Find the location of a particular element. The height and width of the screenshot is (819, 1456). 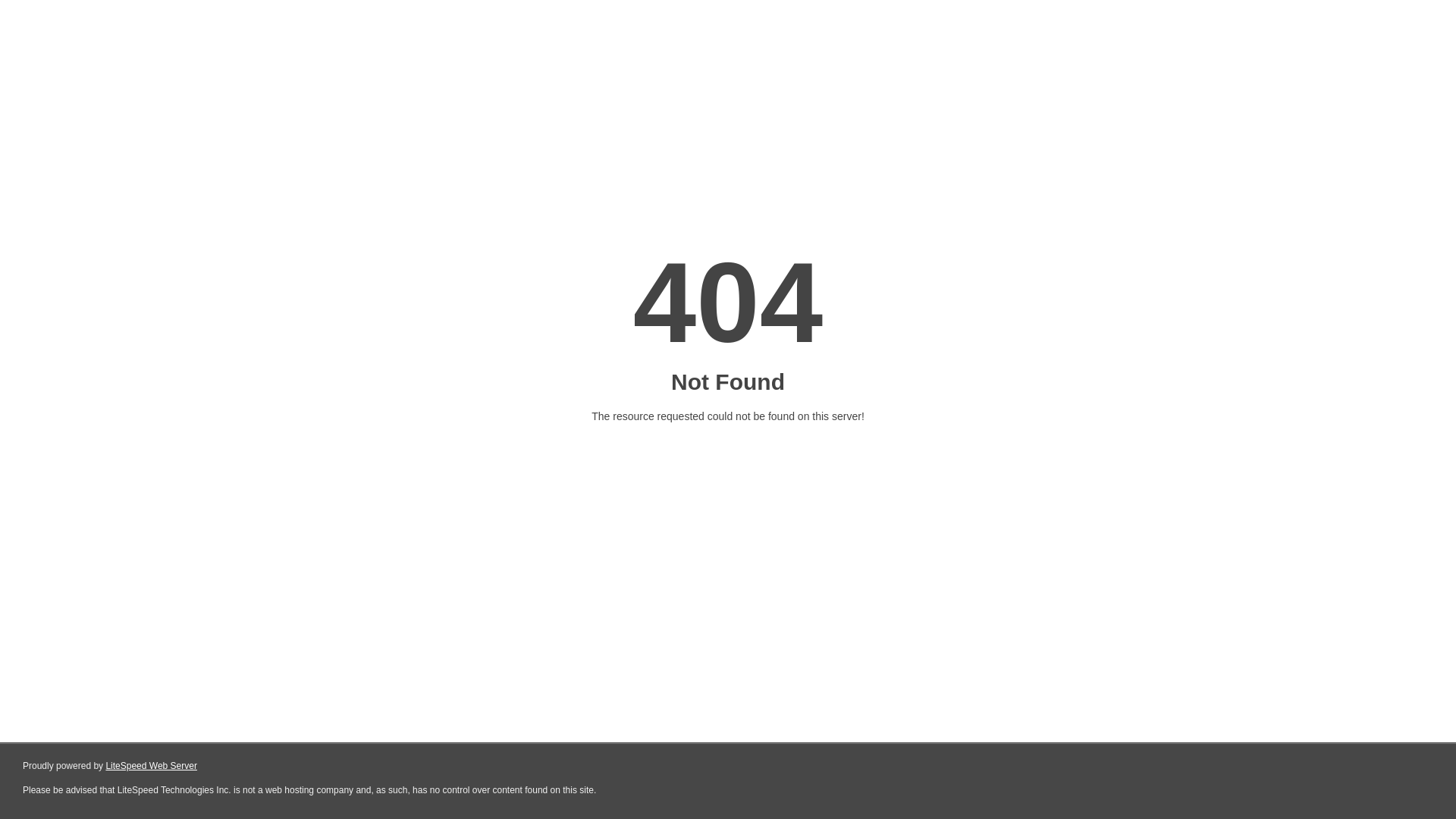

'LiteSpeed Web Server' is located at coordinates (105, 766).